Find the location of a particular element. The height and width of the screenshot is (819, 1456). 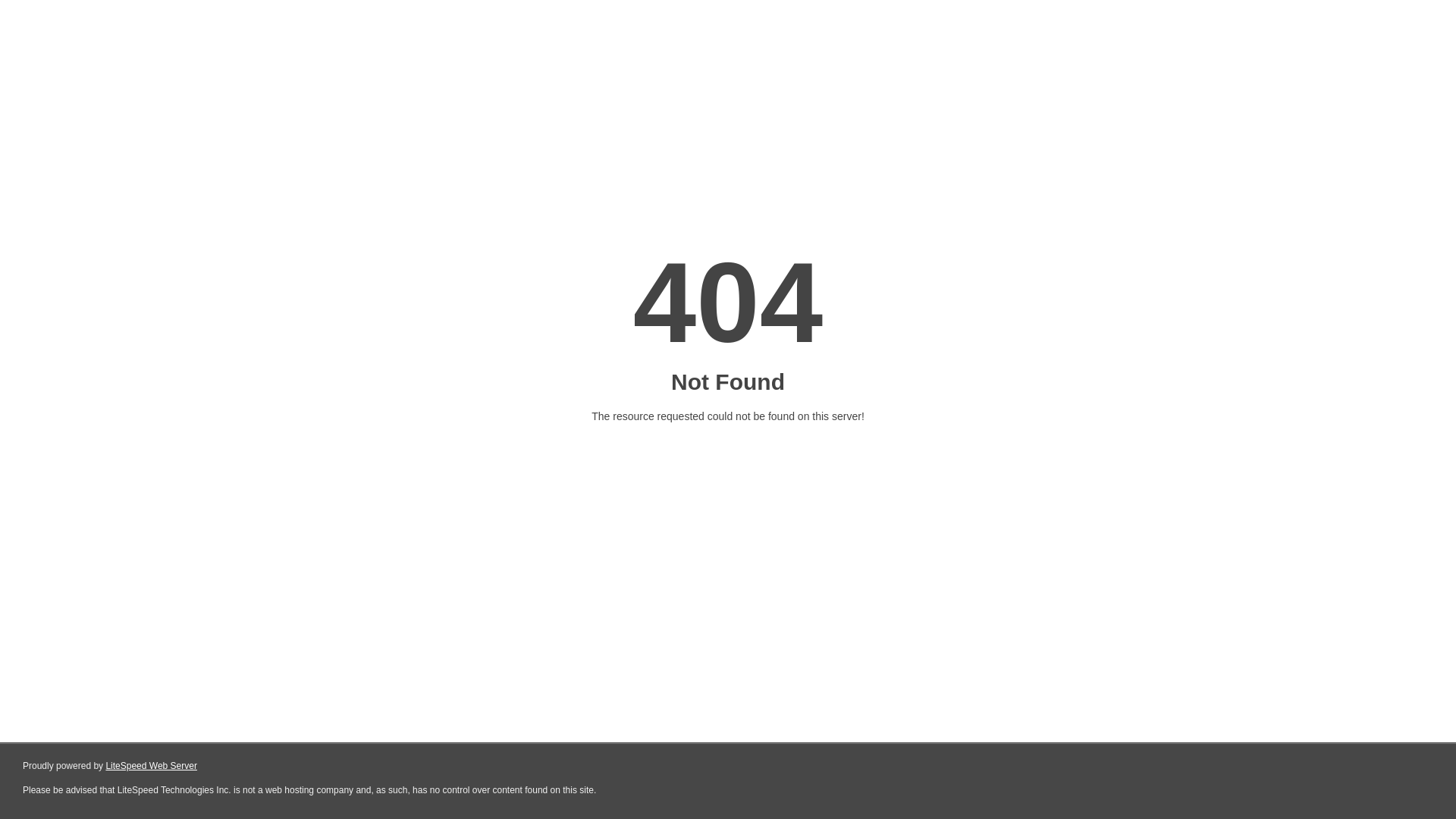

'LiteSpeed Web Server' is located at coordinates (105, 766).